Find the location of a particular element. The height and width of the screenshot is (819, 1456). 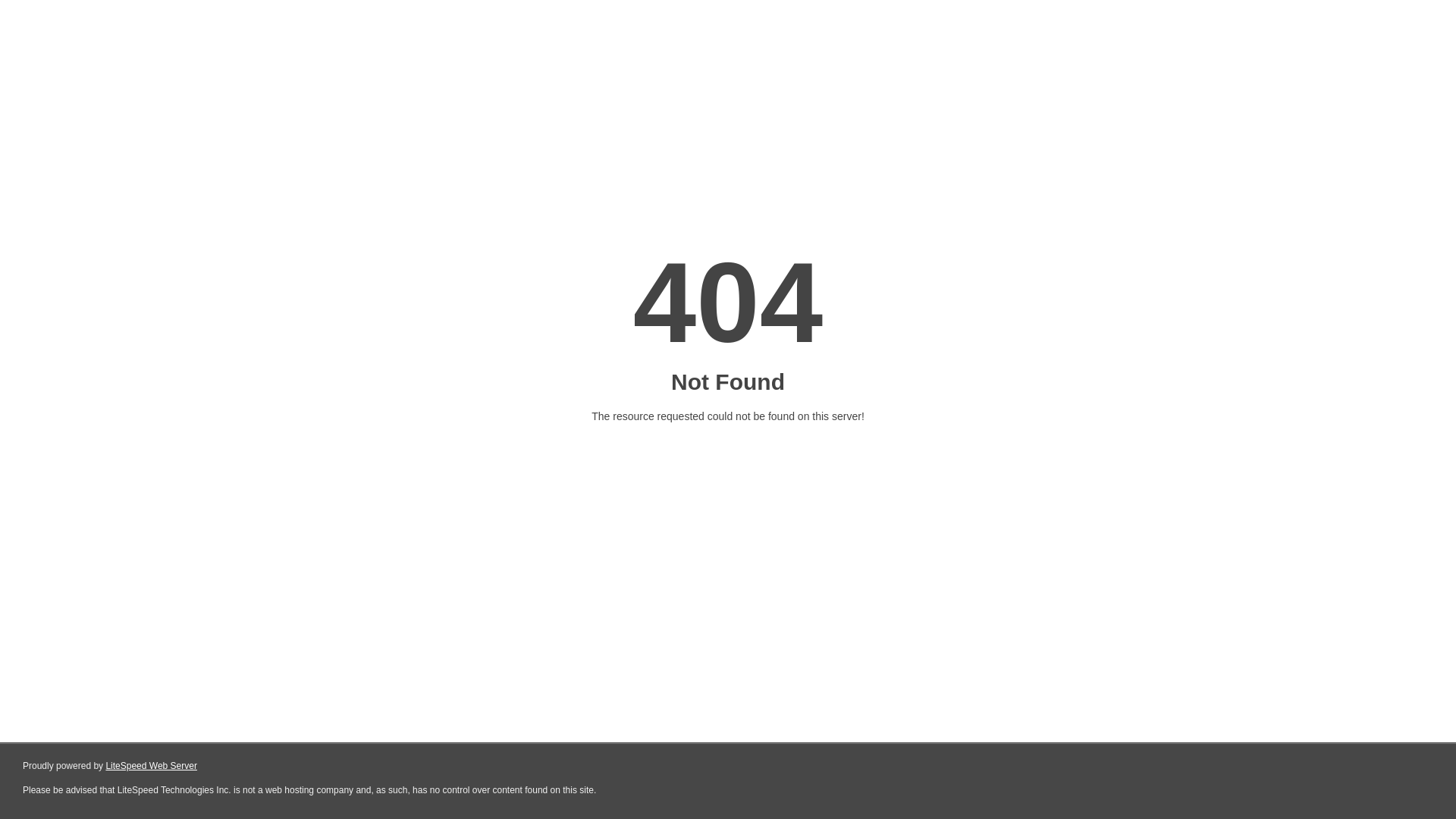

'LiteSpeed Web Server' is located at coordinates (105, 766).